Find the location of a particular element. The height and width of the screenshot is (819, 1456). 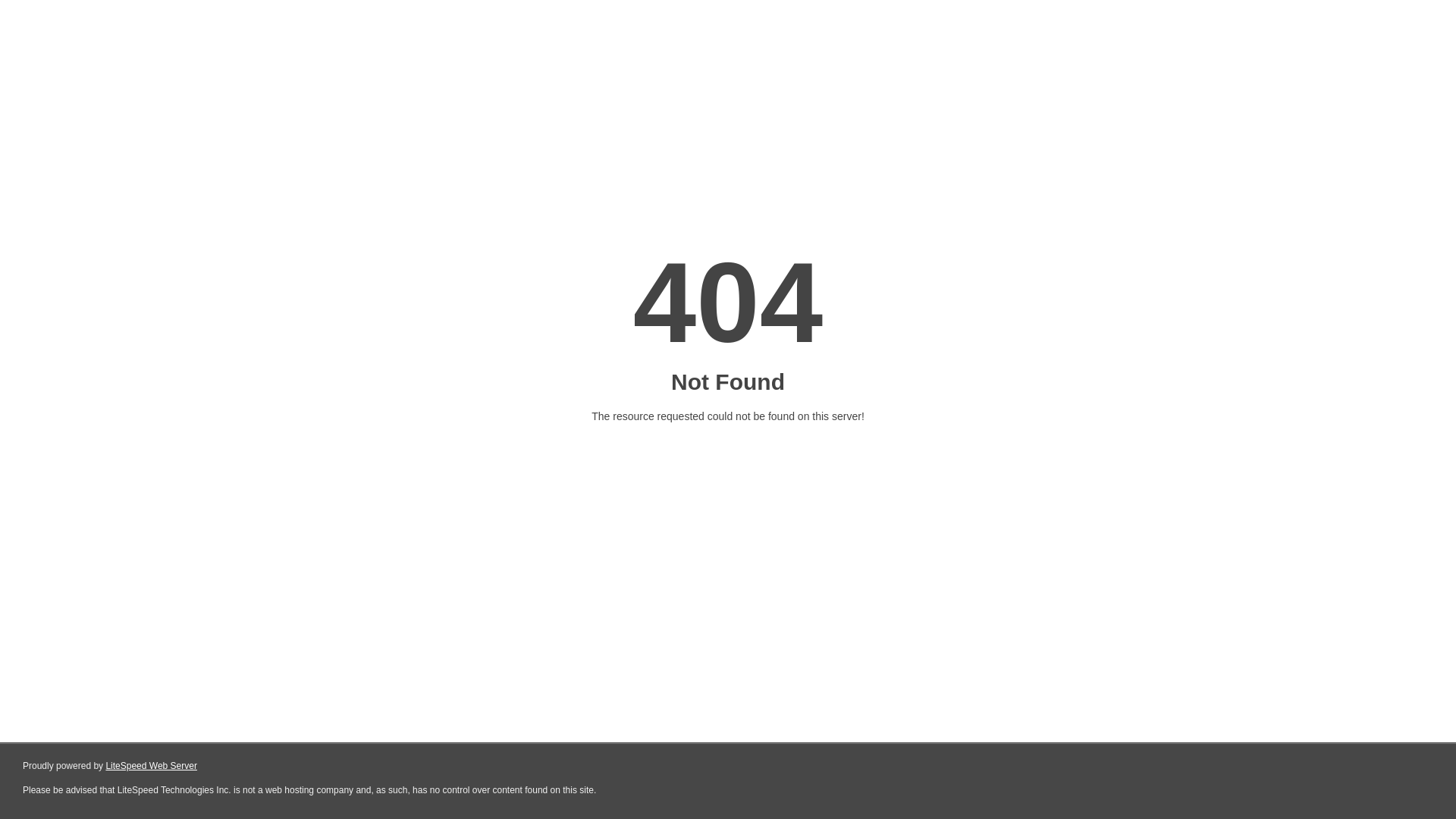

'LiteSpeed Web Server' is located at coordinates (105, 766).